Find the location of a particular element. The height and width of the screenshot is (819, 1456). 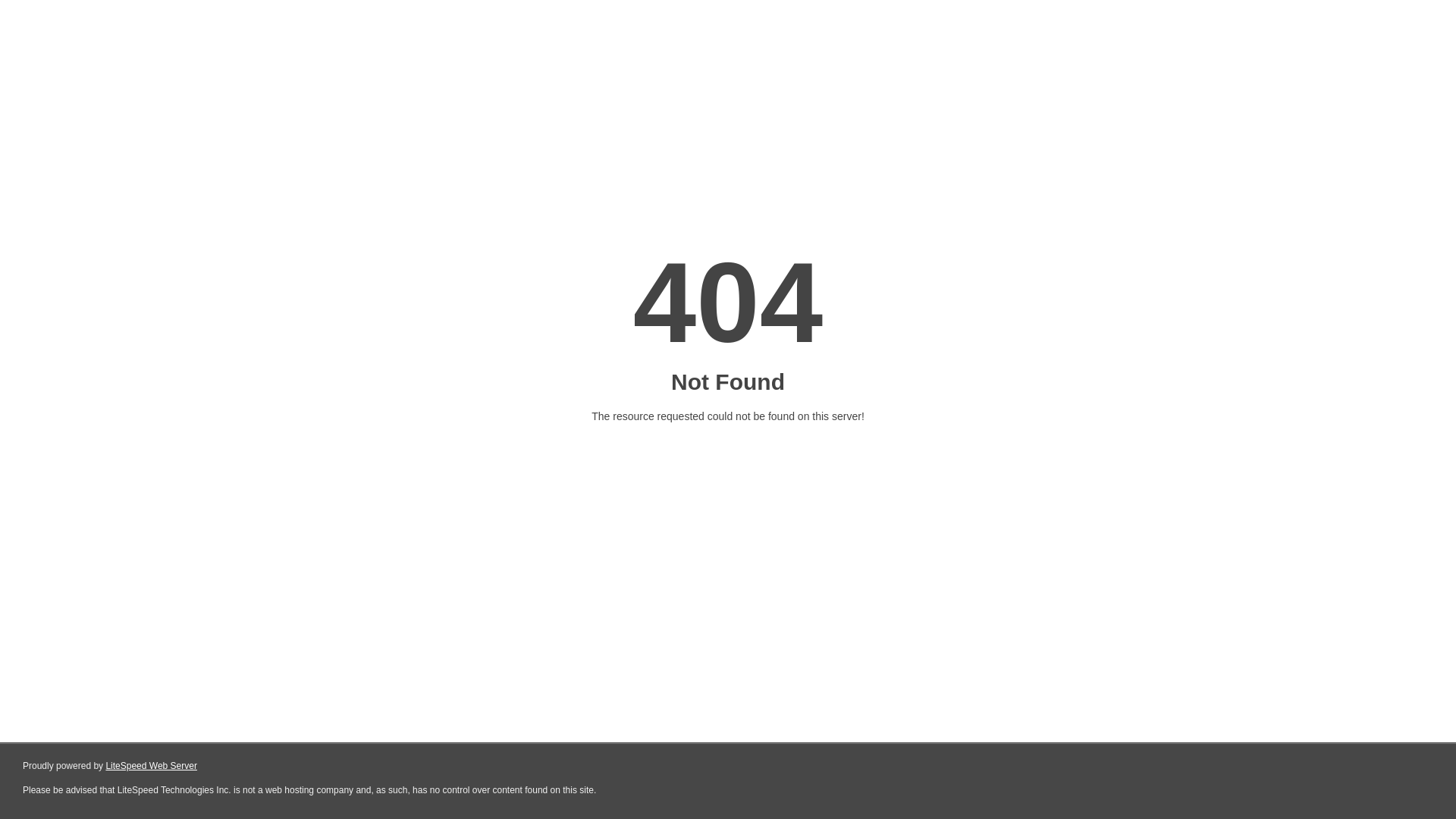

'LiteSpeed Web Server' is located at coordinates (105, 766).